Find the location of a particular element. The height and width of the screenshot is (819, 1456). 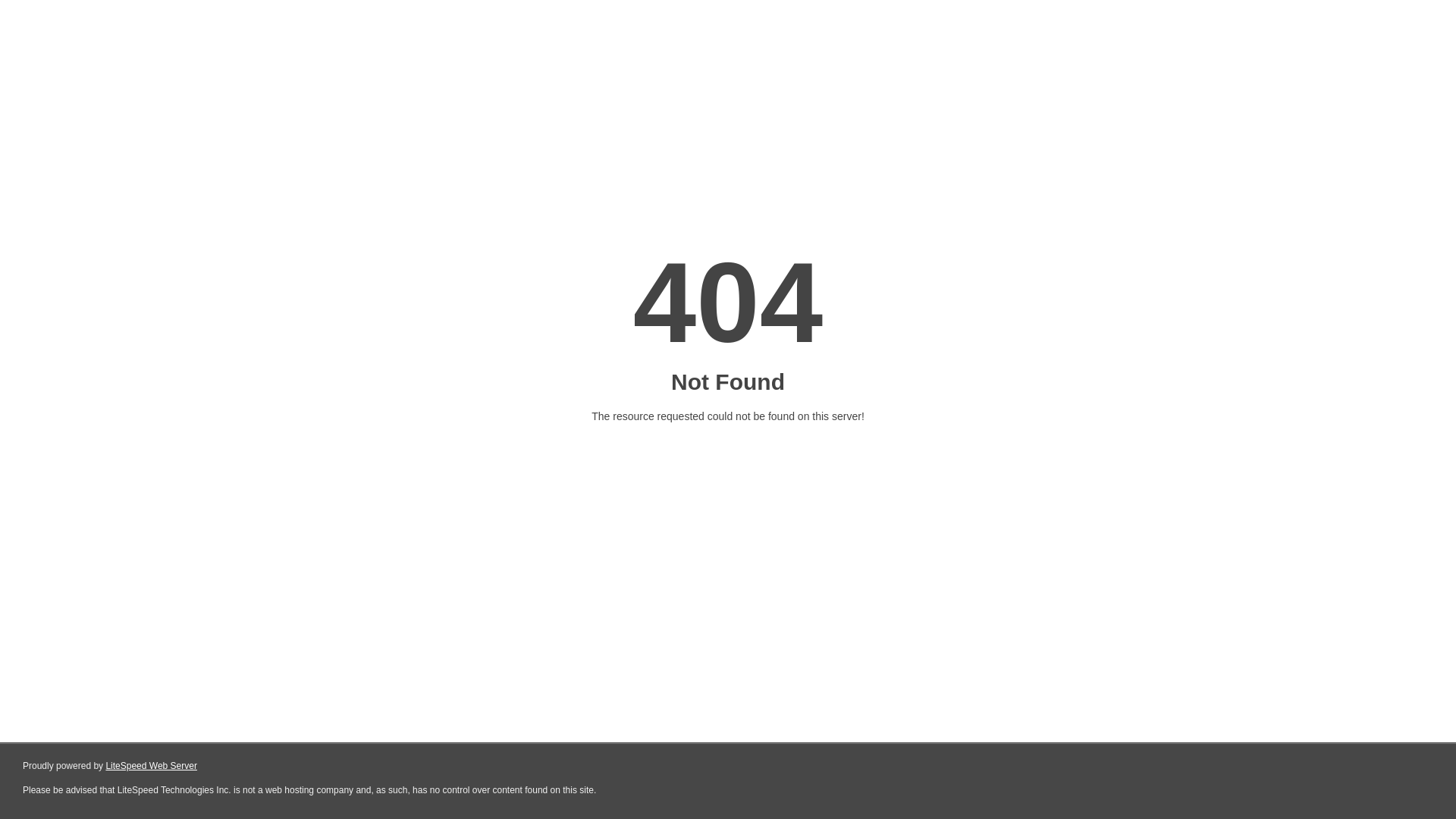

'LiteSpeed Web Server' is located at coordinates (105, 766).